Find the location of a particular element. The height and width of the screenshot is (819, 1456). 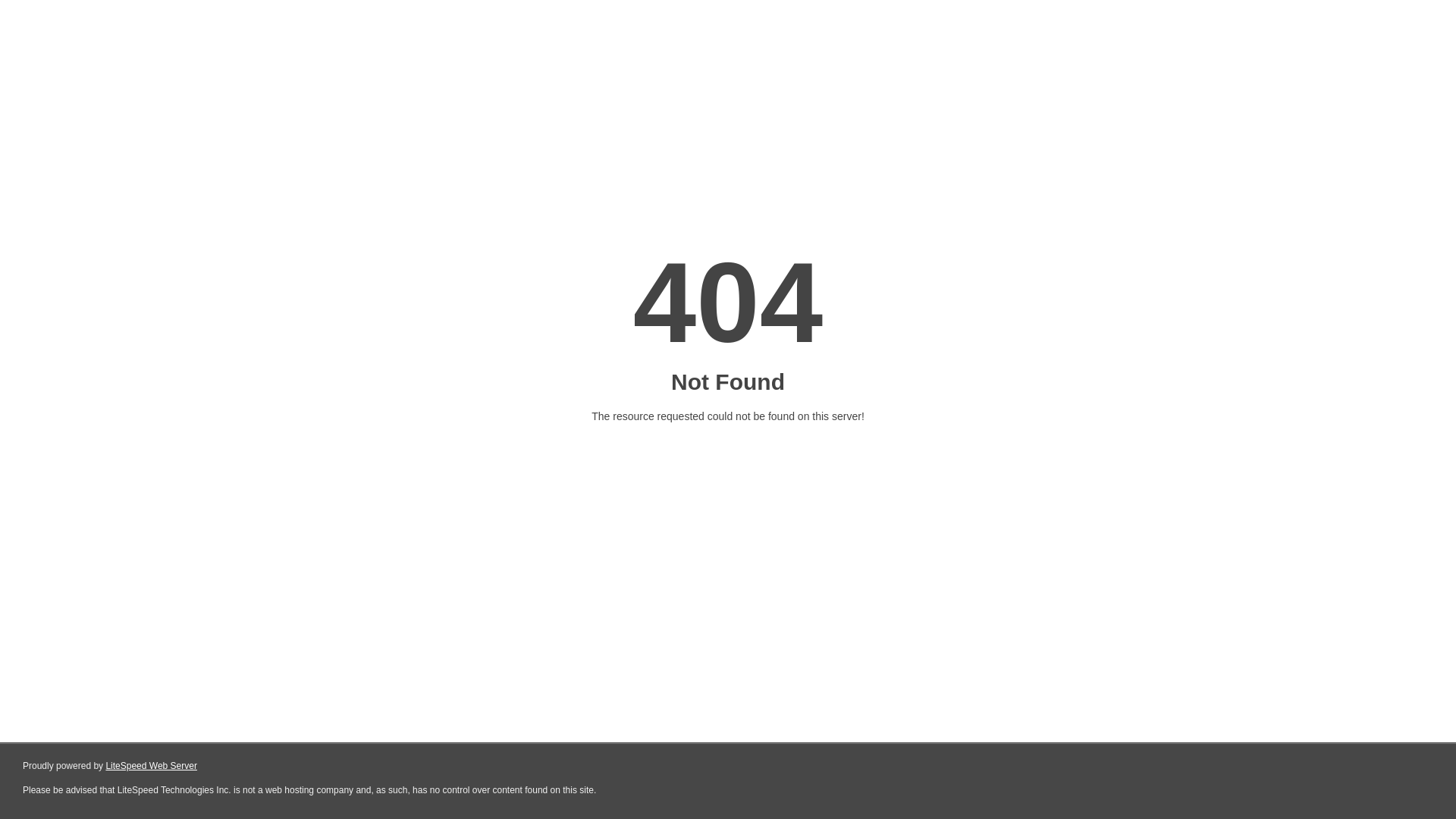

'LiteSpeed Web Server' is located at coordinates (105, 766).